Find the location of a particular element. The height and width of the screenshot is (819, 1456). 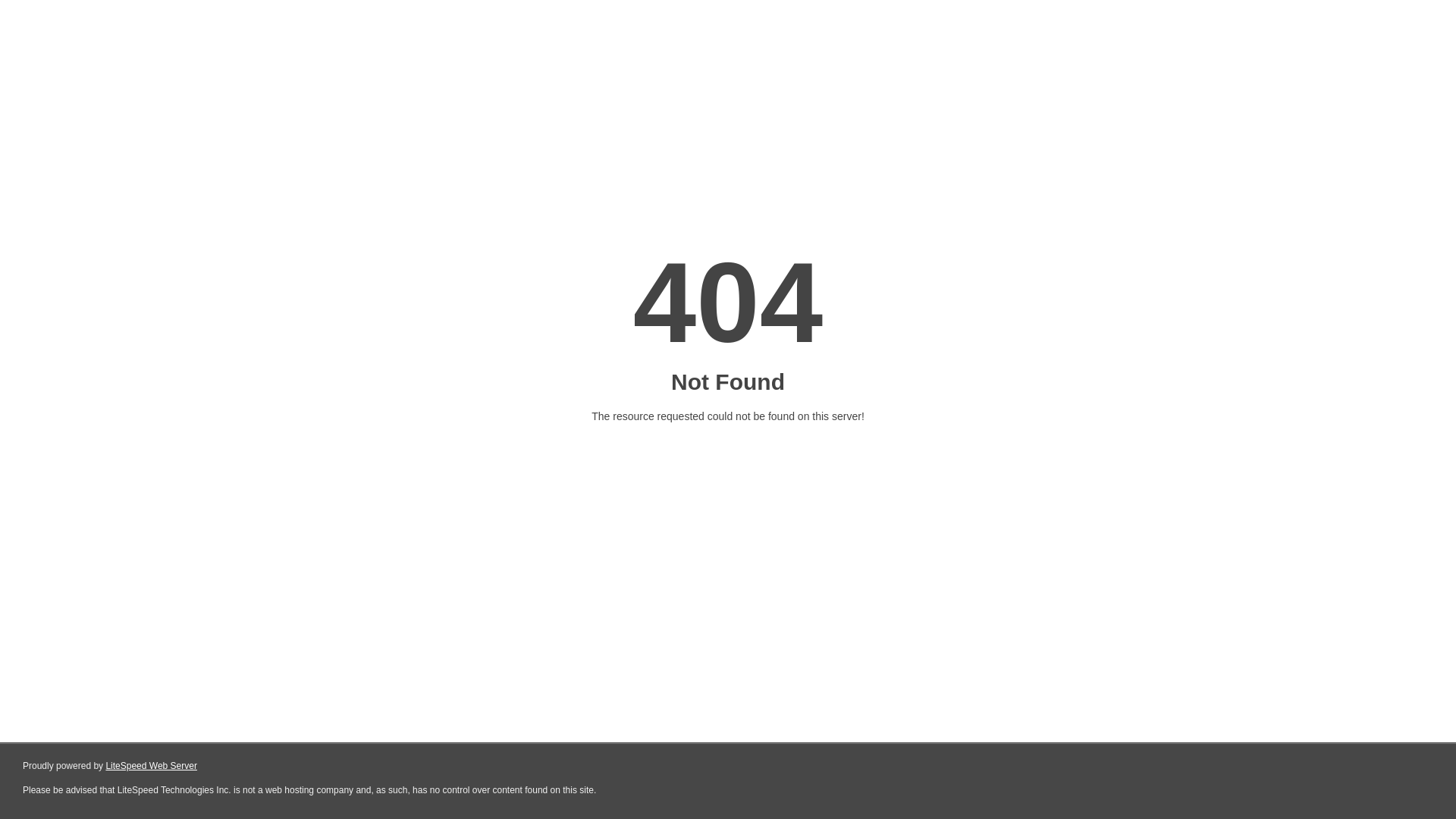

'LiteSpeed Web Server' is located at coordinates (105, 766).